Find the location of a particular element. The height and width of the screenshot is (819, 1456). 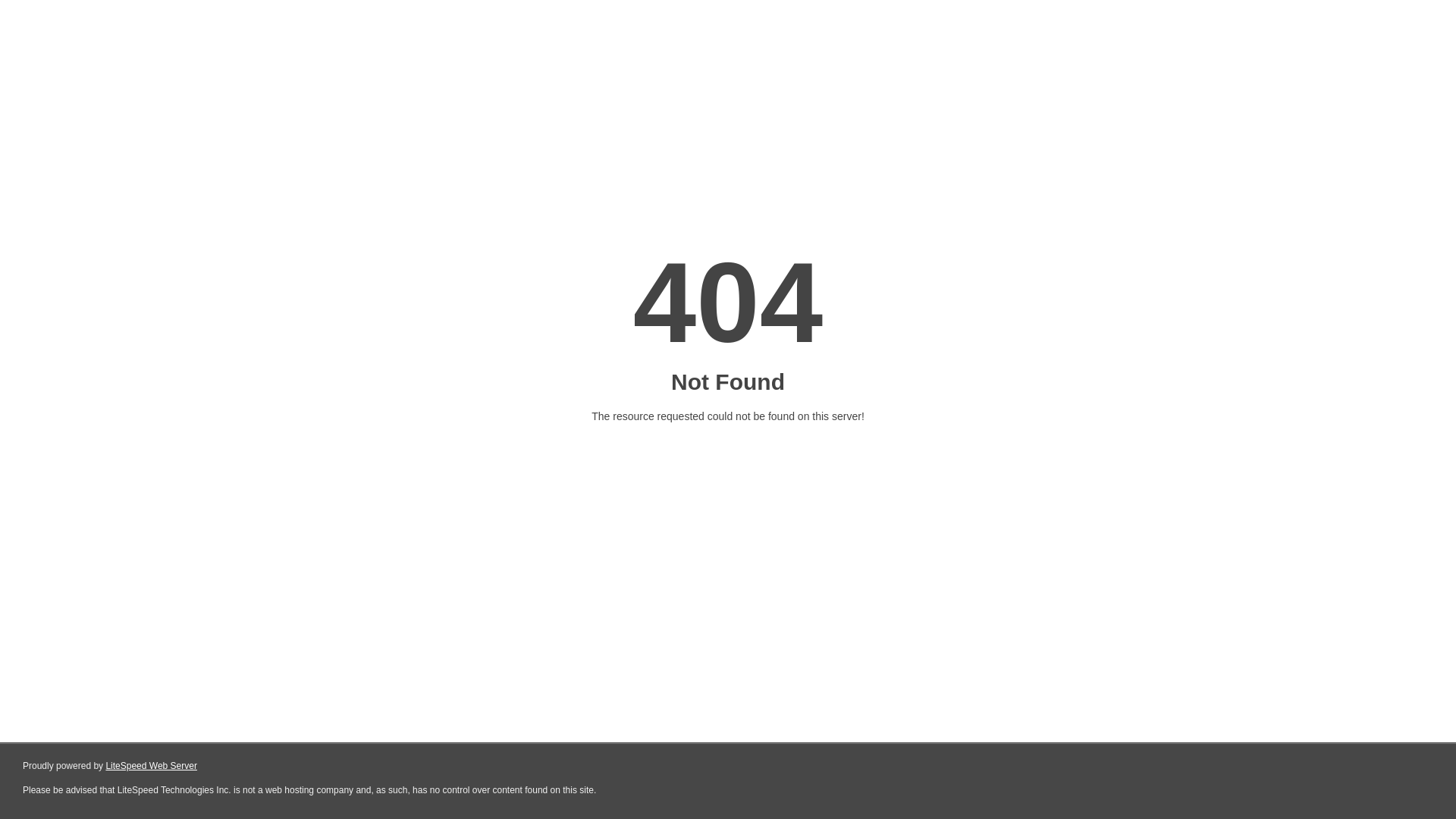

'LiteSpeed Web Server' is located at coordinates (105, 766).